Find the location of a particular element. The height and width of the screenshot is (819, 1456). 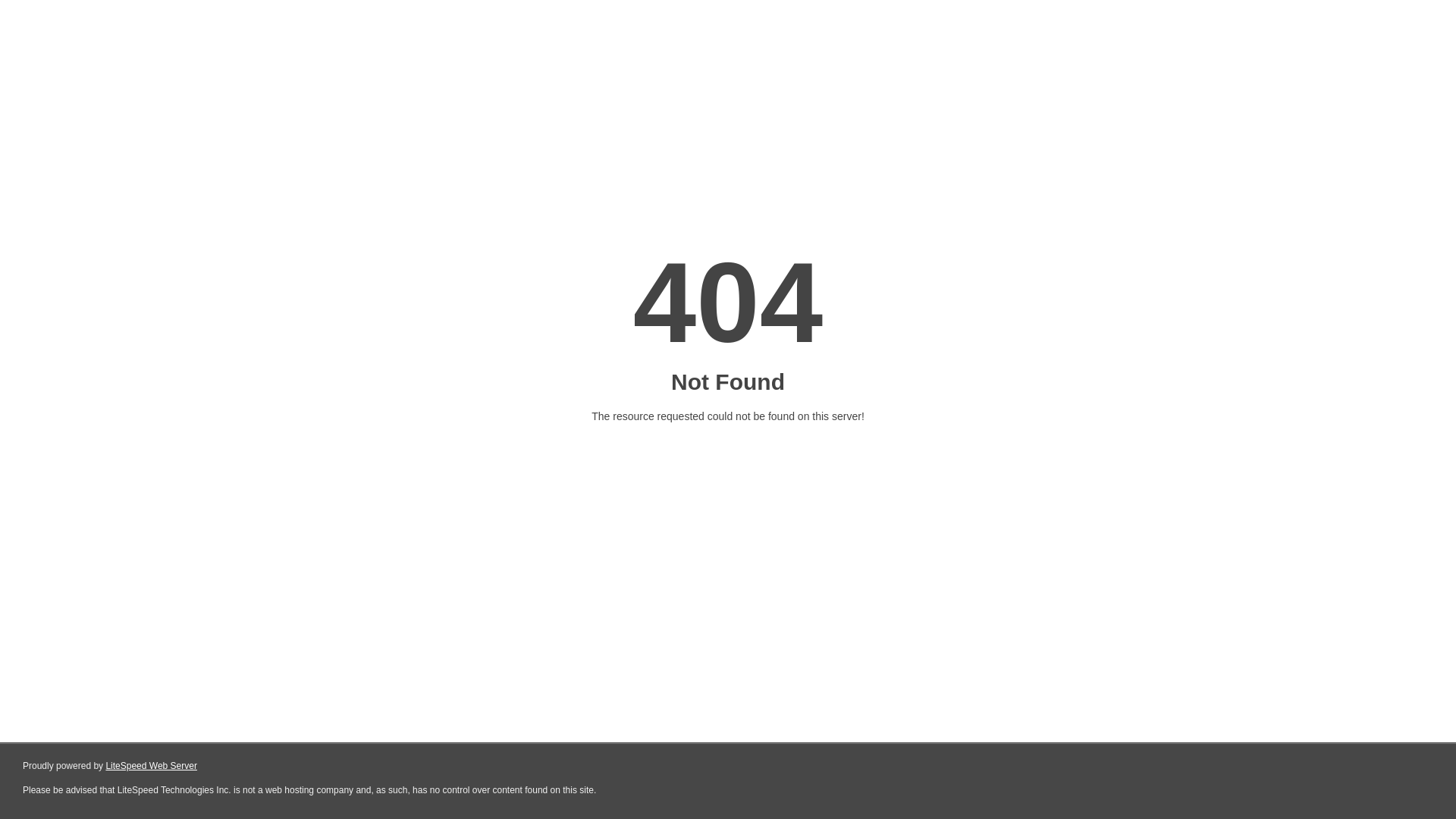

'LiteSpeed Web Server' is located at coordinates (105, 766).